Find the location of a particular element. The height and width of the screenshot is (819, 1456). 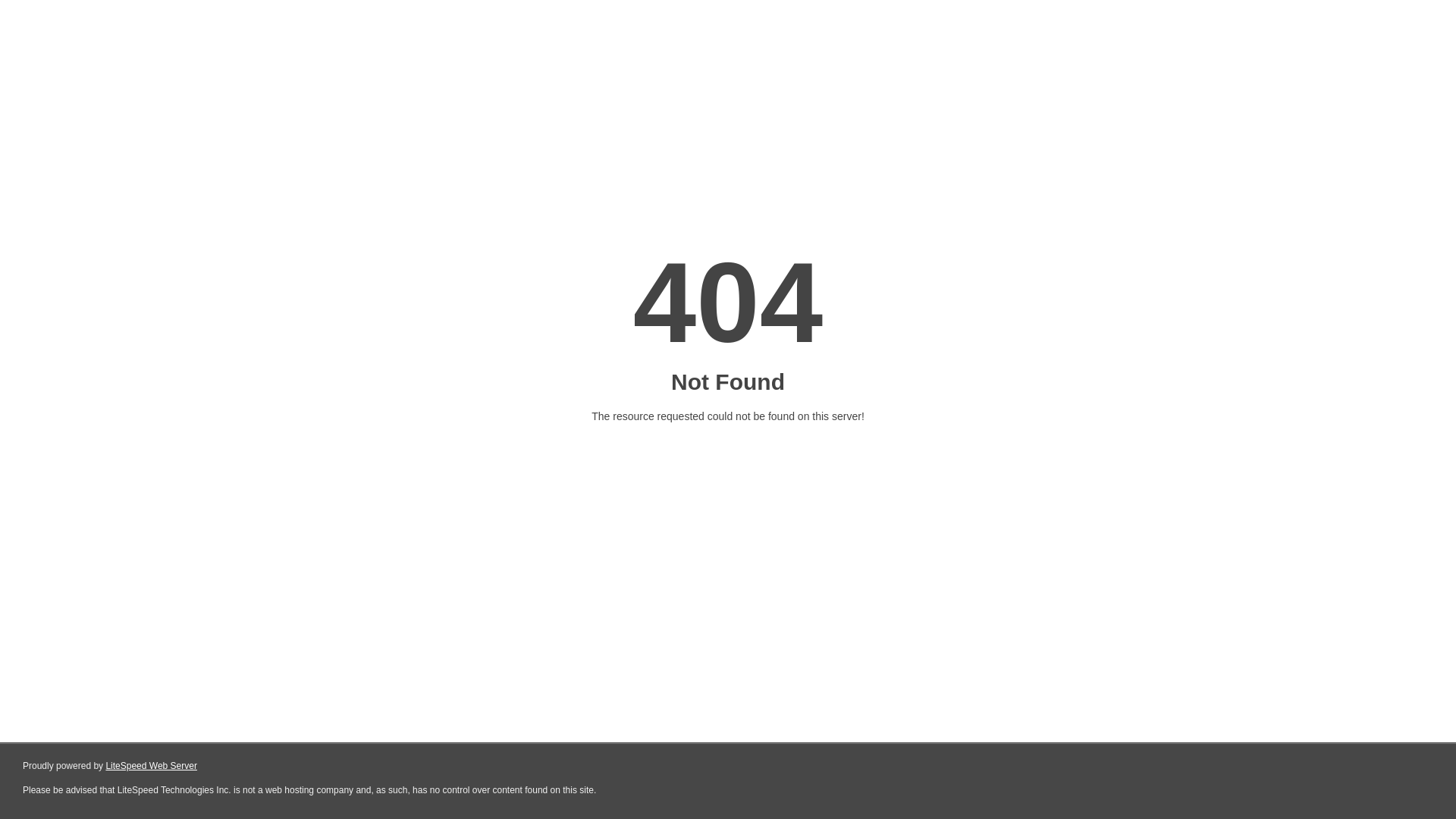

'LiteSpeed Web Server' is located at coordinates (105, 766).